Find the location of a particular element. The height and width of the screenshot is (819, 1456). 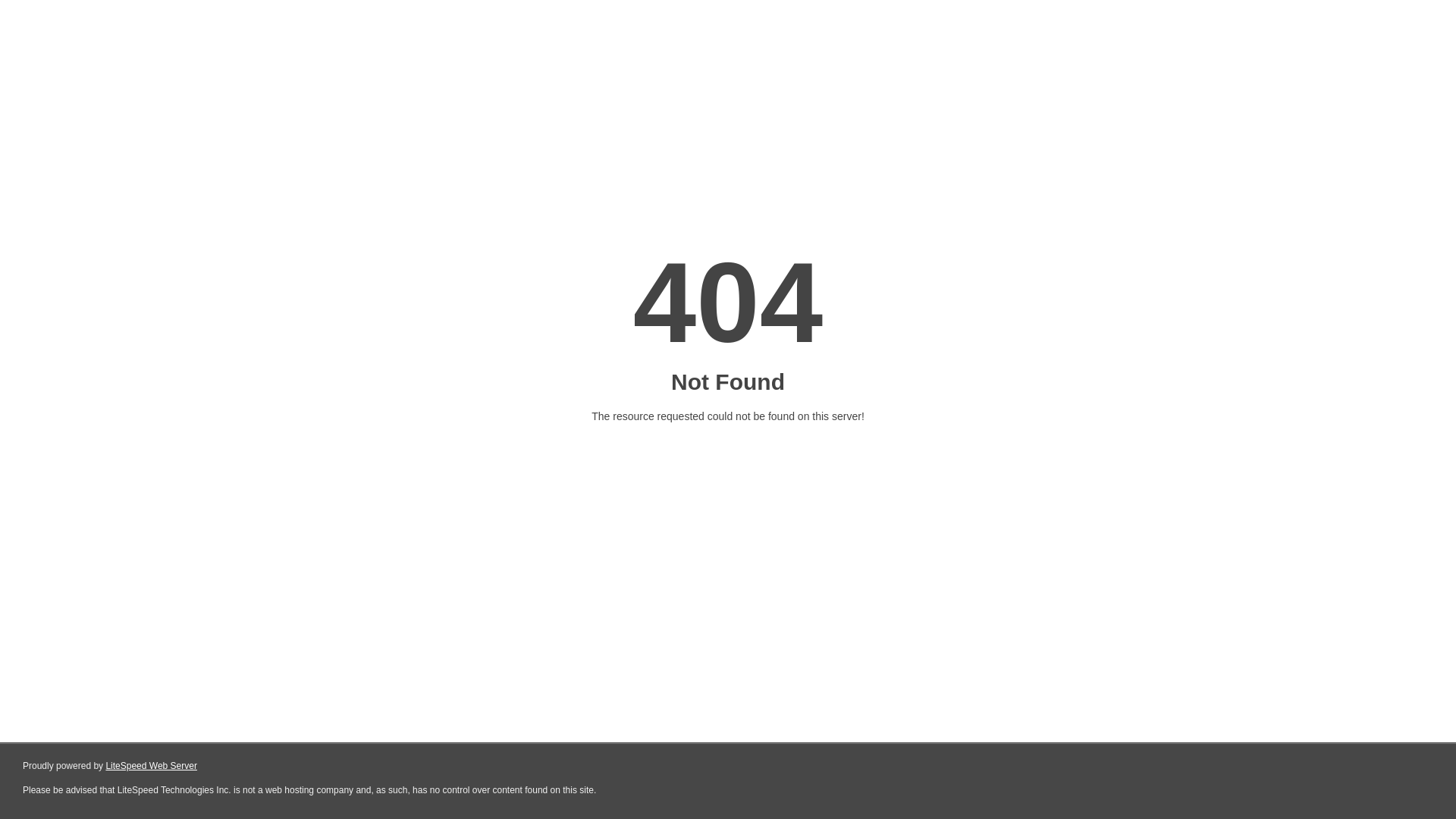

'LiteSpeed Web Server' is located at coordinates (105, 766).